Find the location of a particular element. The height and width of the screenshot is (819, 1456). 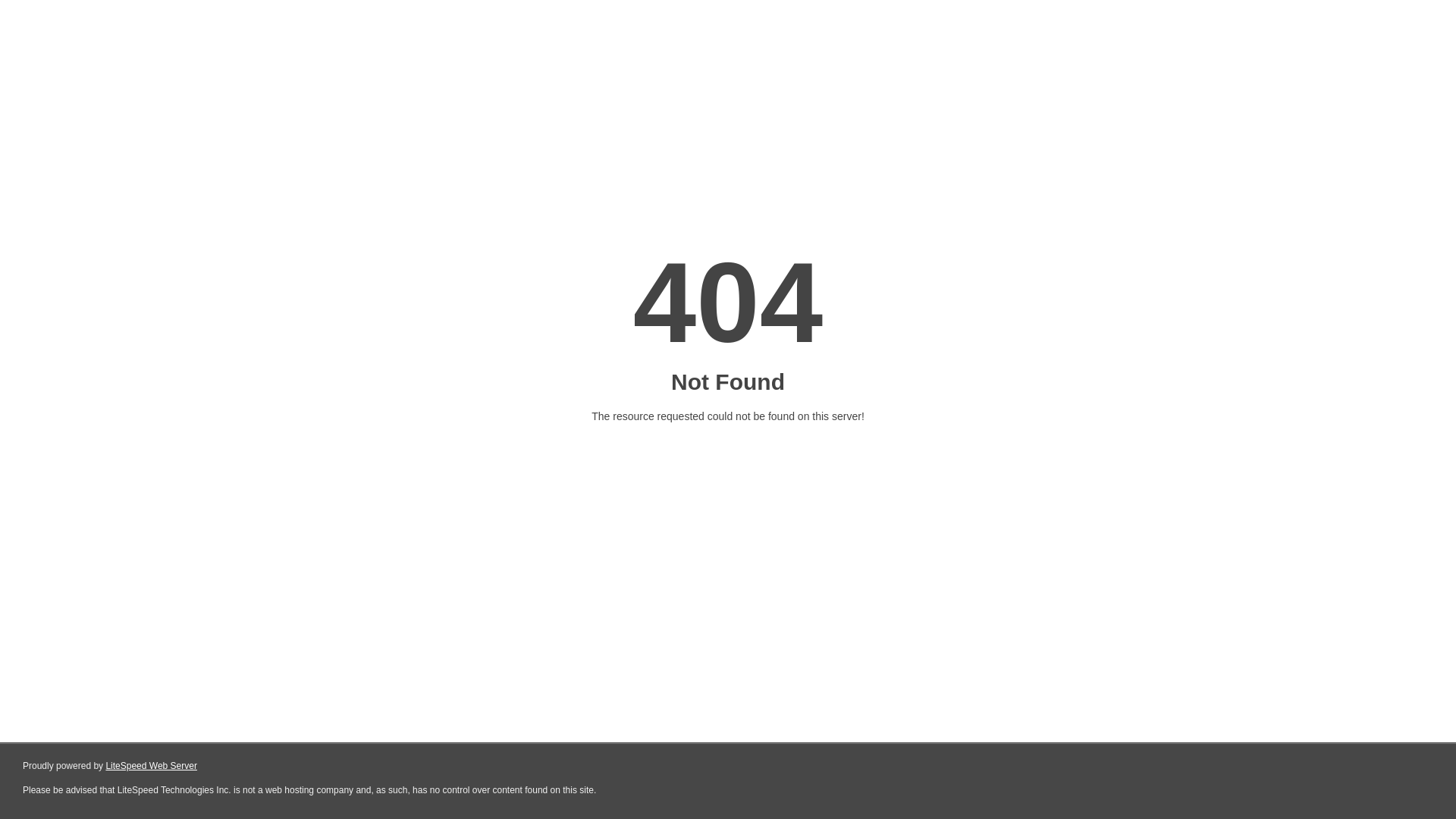

'LiteSpeed Web Server' is located at coordinates (105, 766).